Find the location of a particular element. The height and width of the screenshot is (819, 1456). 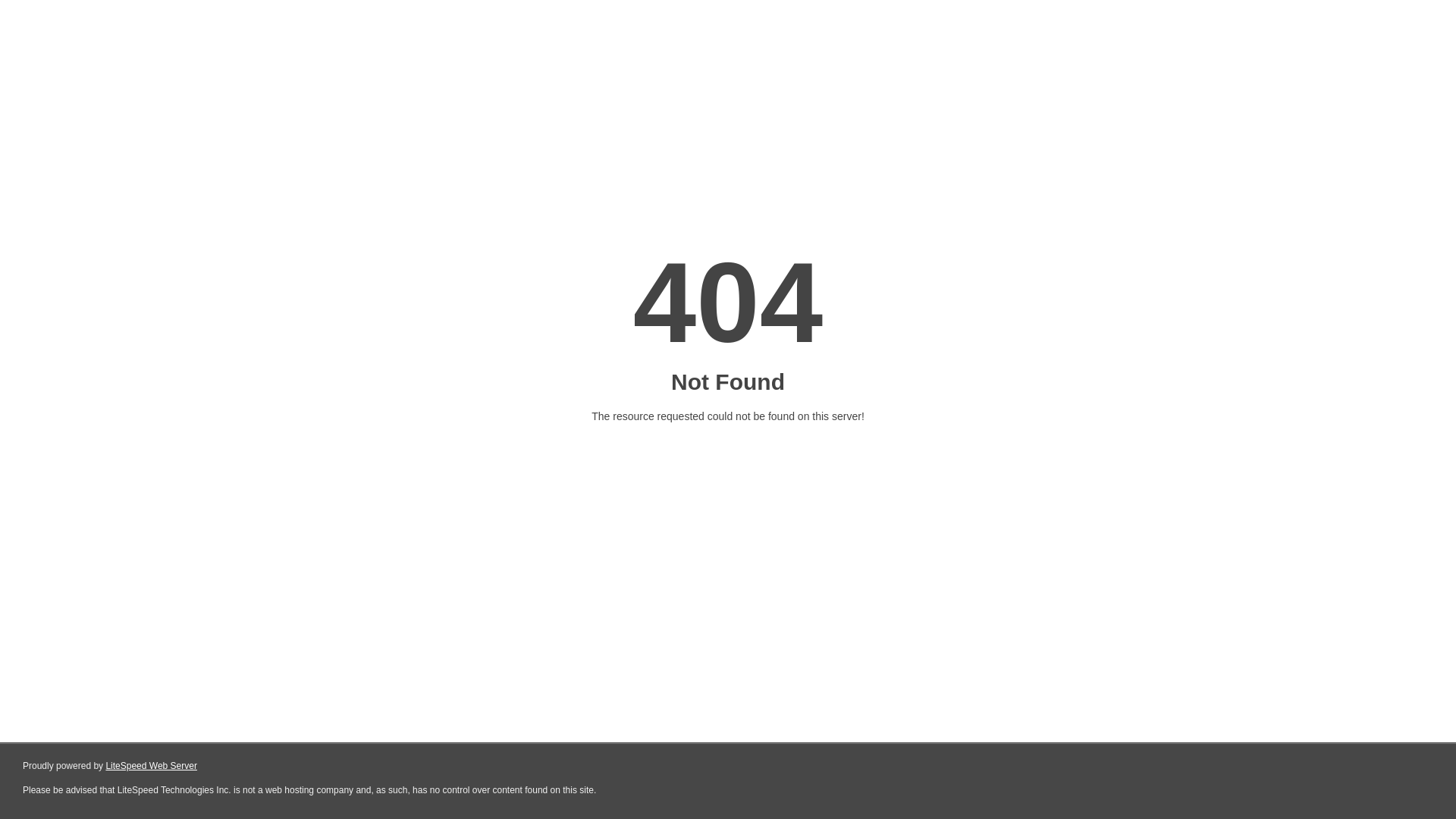

'LiteSpeed Web Server' is located at coordinates (105, 766).